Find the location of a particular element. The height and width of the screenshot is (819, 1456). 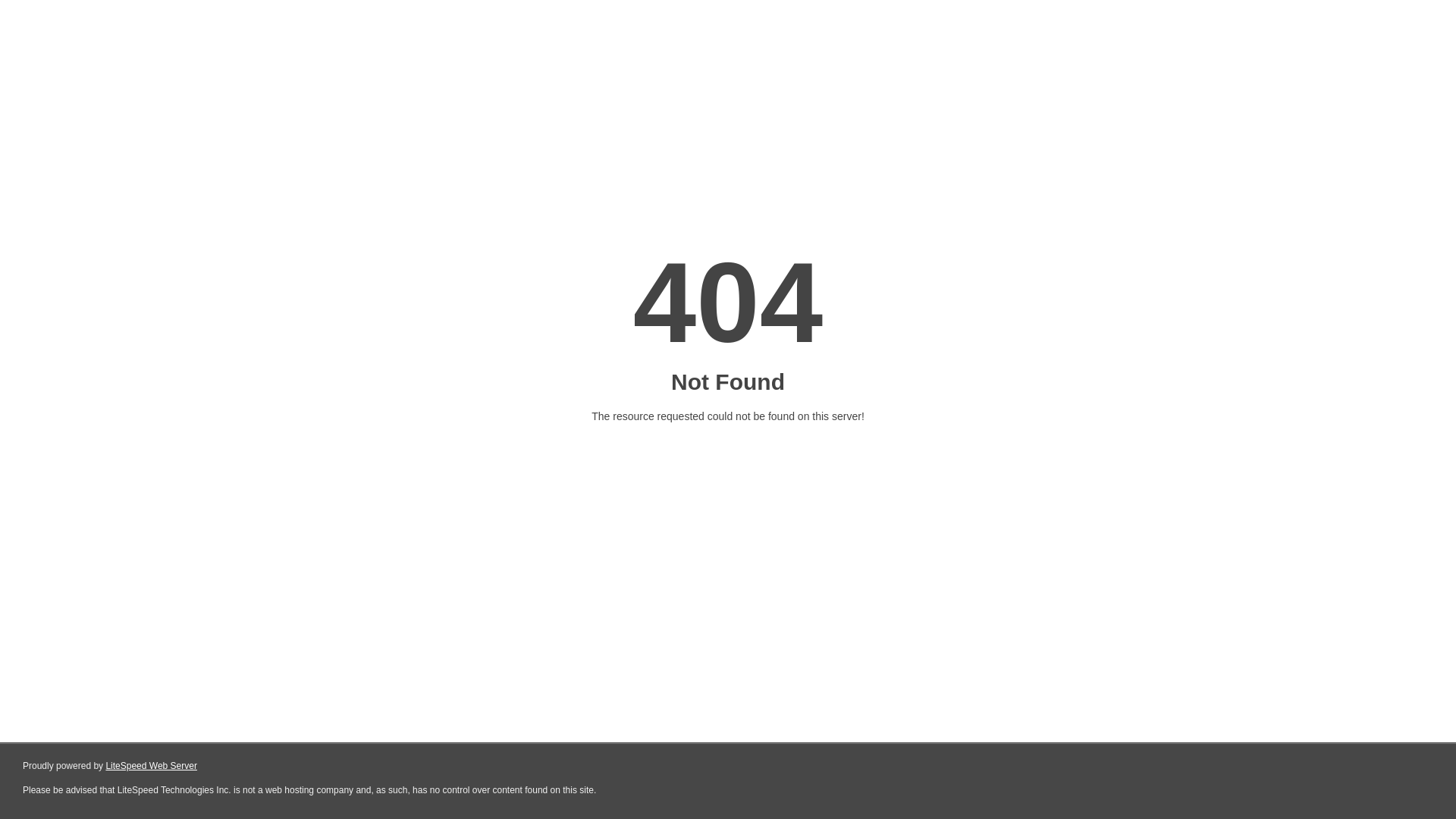

'LiteSpeed Web Server' is located at coordinates (105, 766).